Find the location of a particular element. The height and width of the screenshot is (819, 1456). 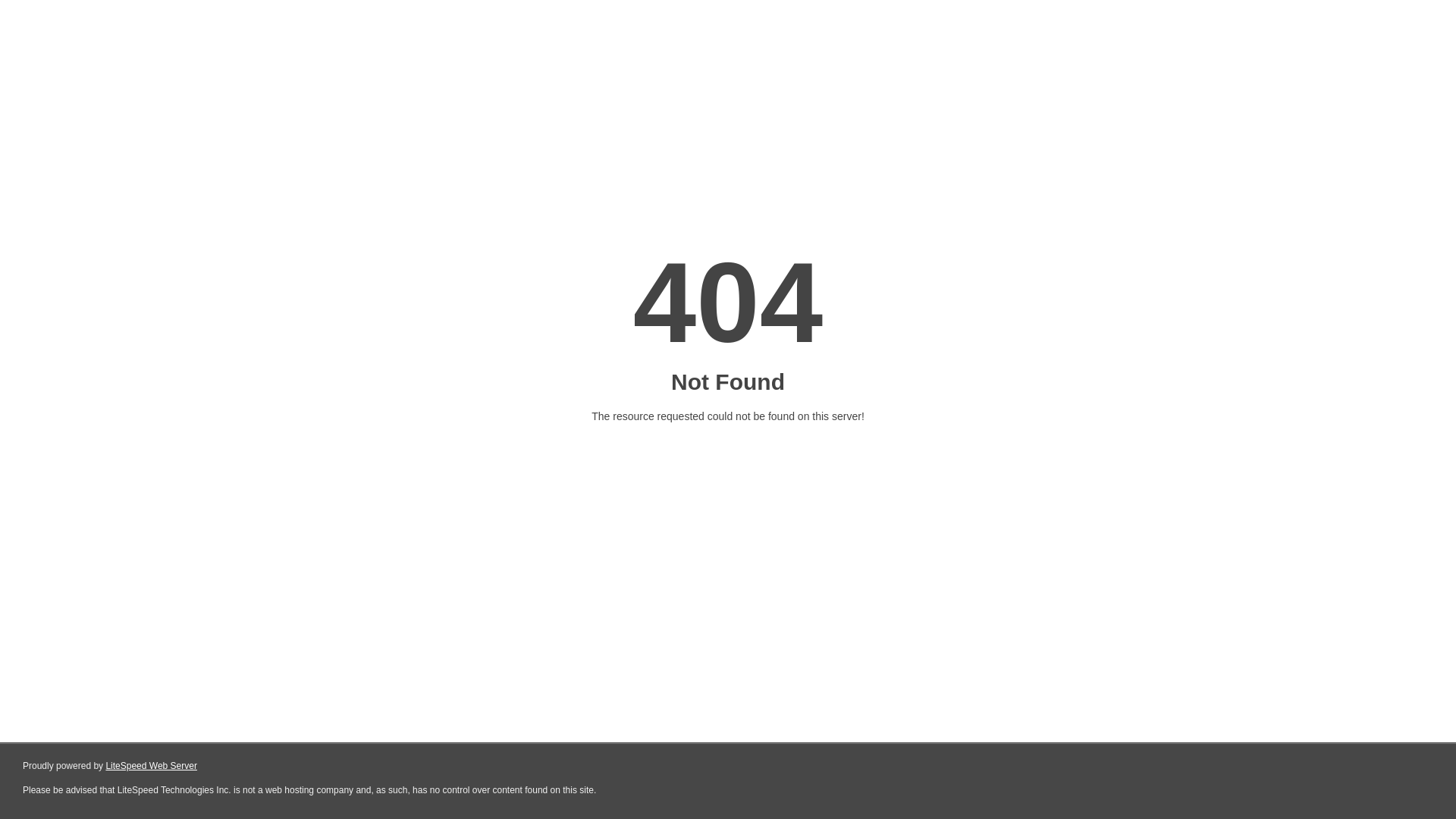

'LiteSpeed Web Server' is located at coordinates (105, 766).